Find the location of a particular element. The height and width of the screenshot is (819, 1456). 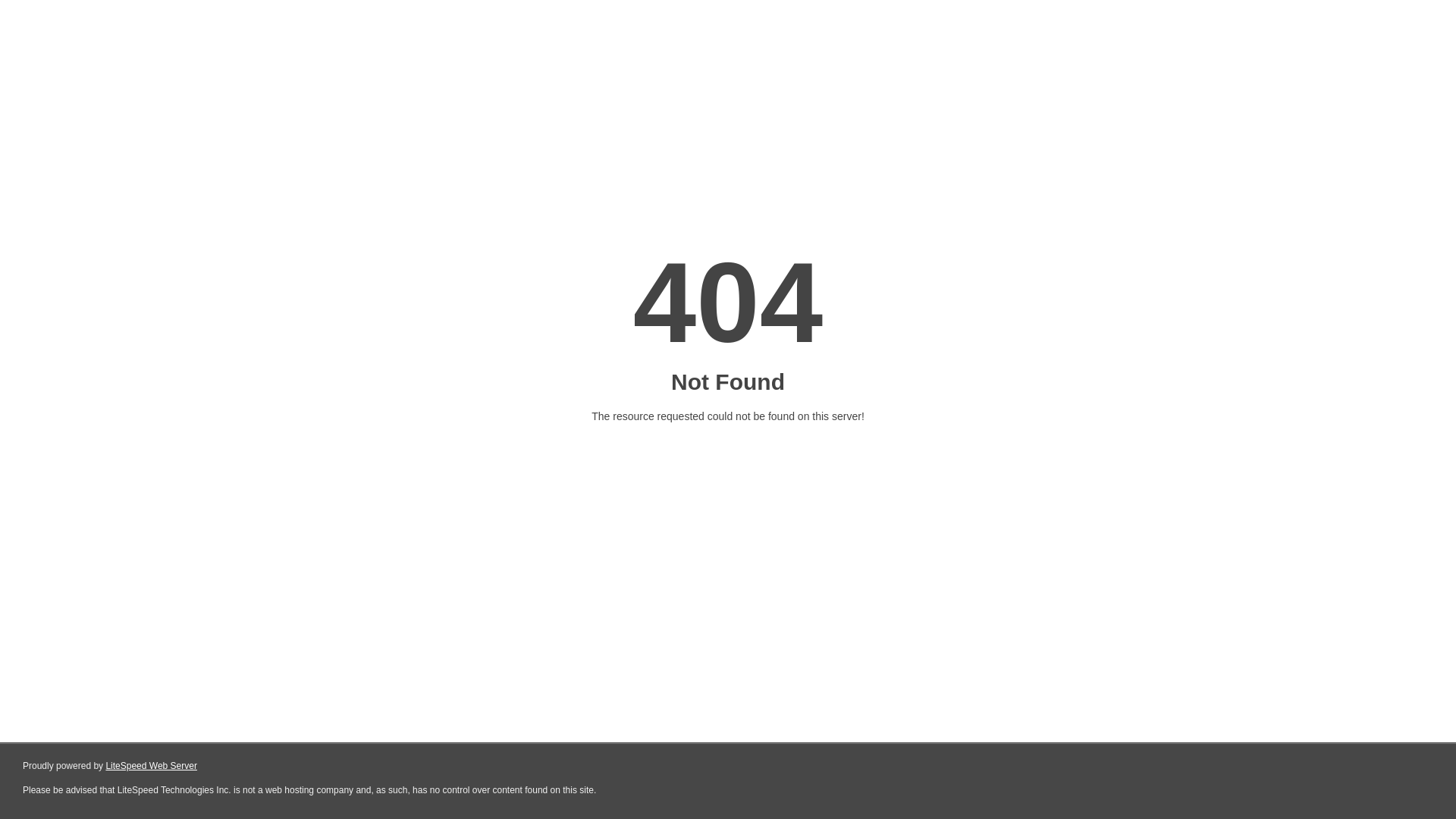

'LiteSpeed Web Server' is located at coordinates (105, 766).